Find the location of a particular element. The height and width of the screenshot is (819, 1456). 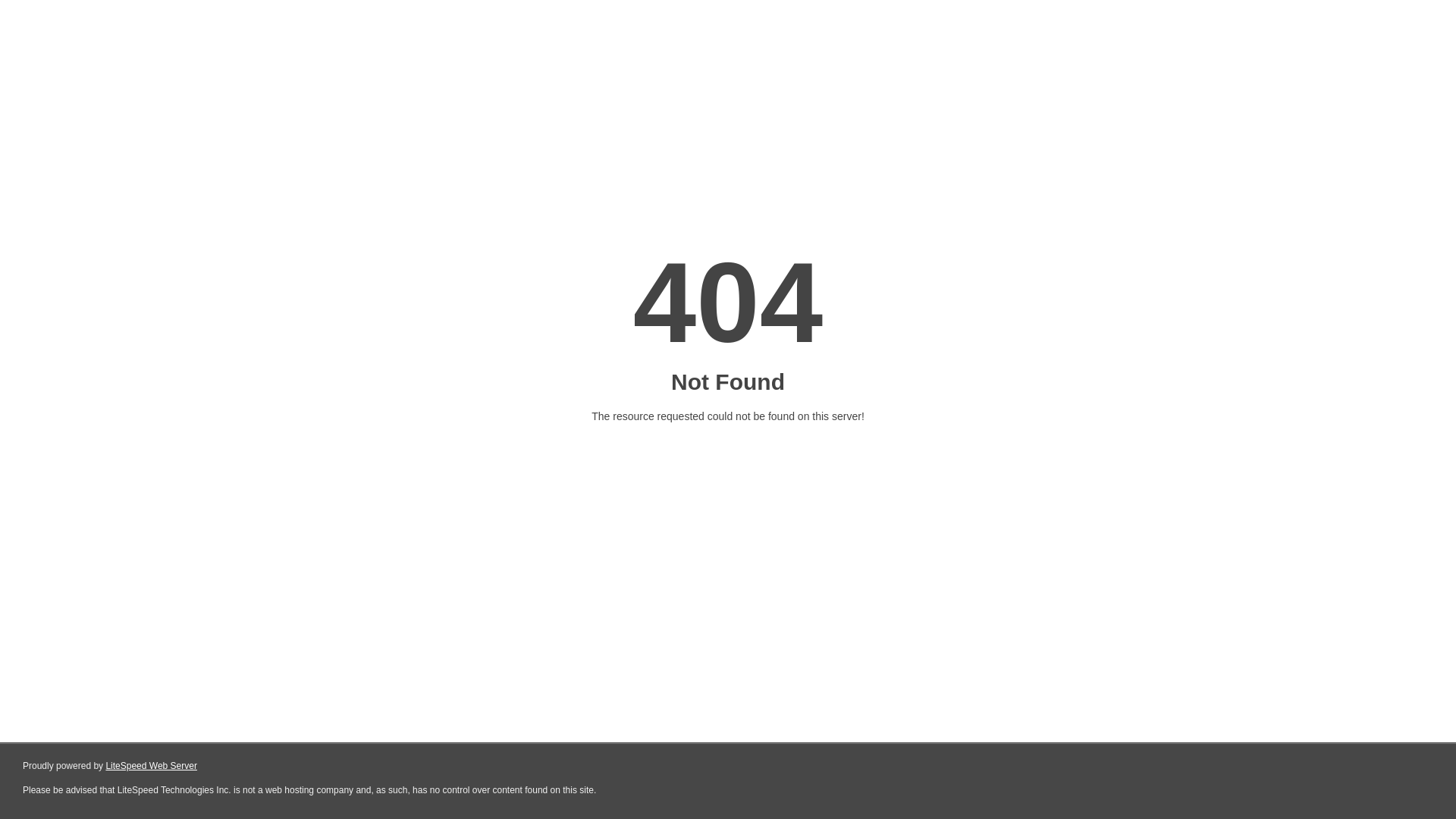

'LiteSpeed Web Server' is located at coordinates (105, 766).